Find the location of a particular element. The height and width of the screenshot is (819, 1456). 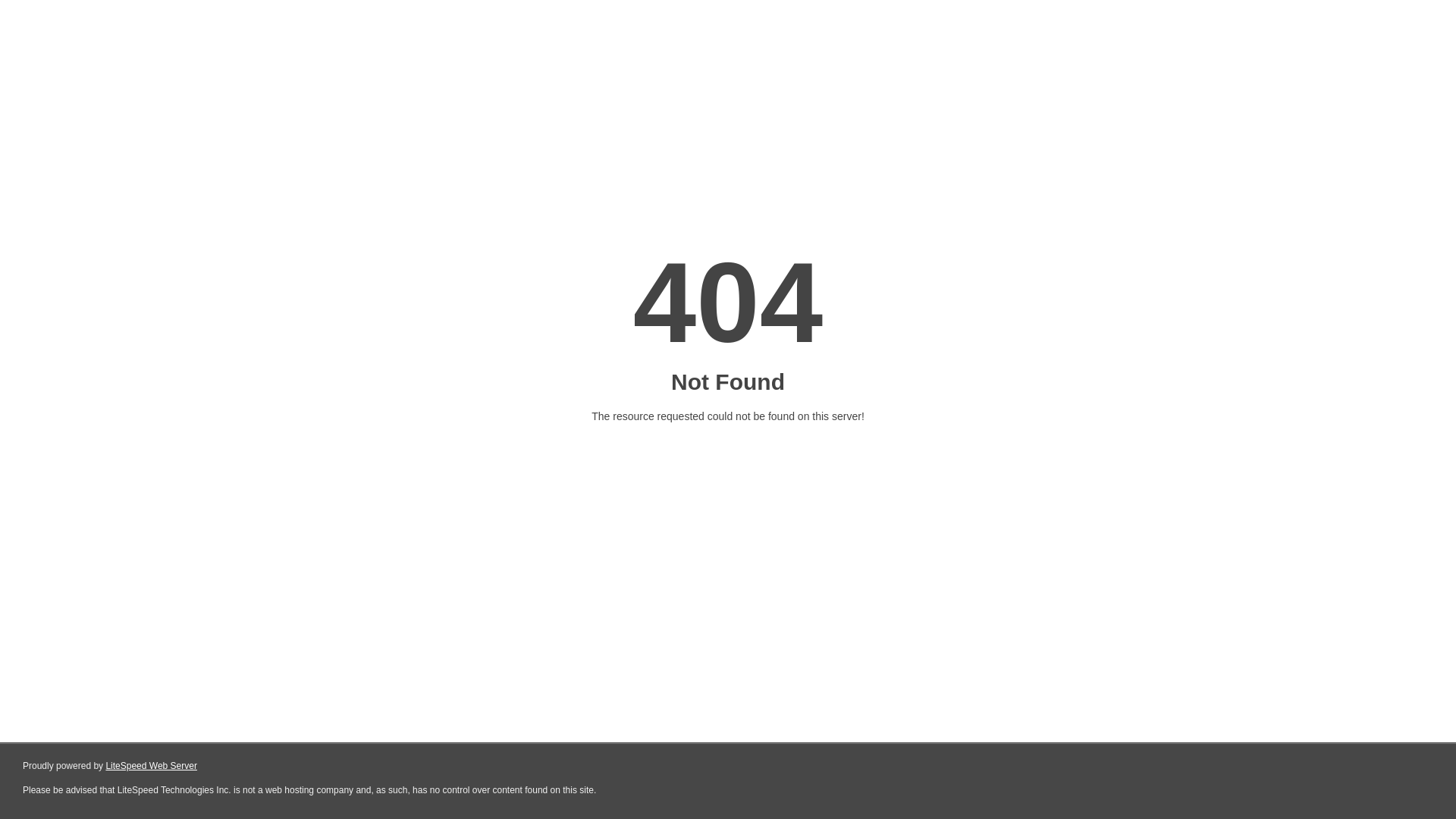

'LiteSpeed Web Server' is located at coordinates (105, 766).